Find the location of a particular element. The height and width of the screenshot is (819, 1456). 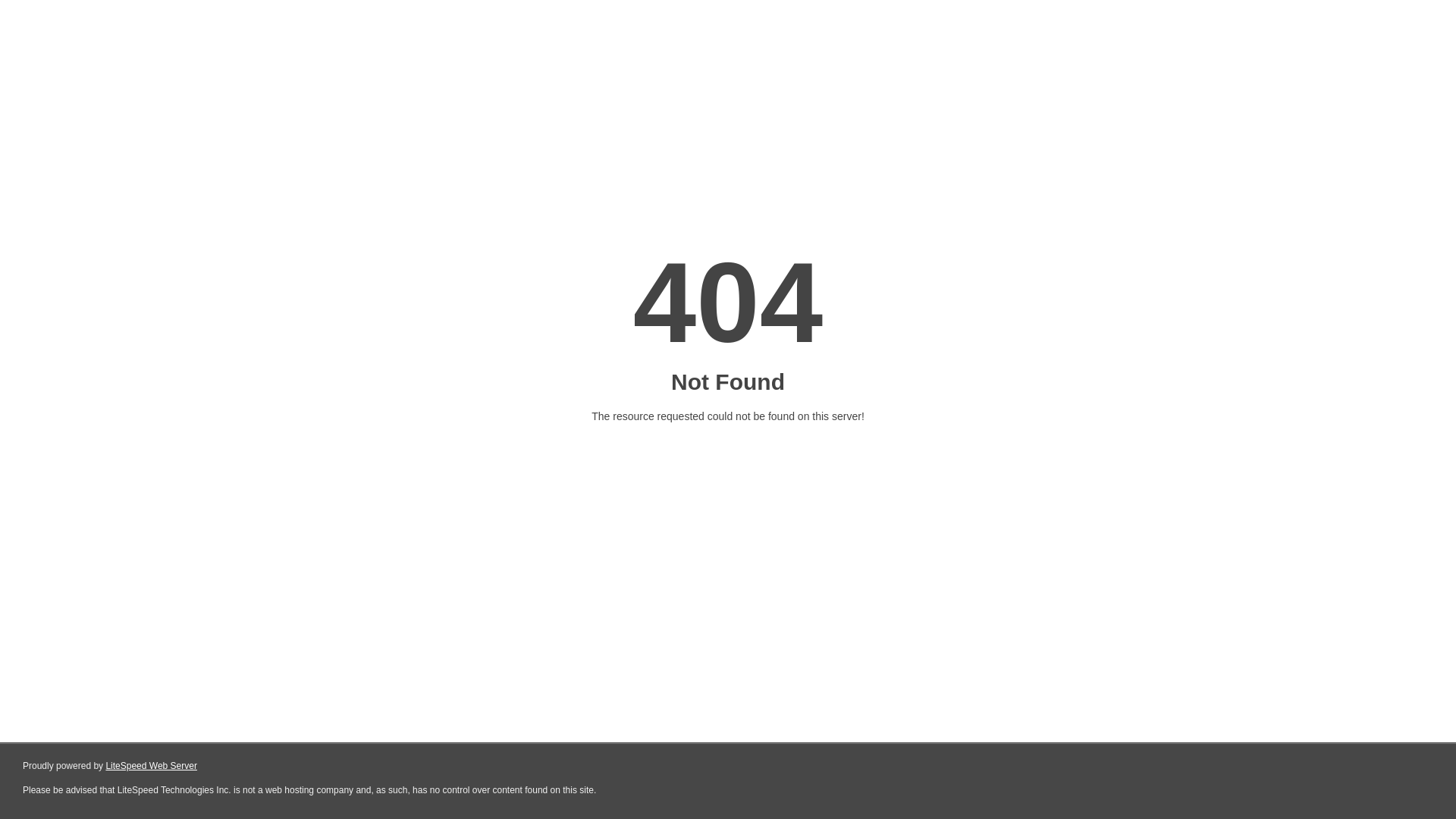

'LiteSpeed Web Server' is located at coordinates (105, 766).